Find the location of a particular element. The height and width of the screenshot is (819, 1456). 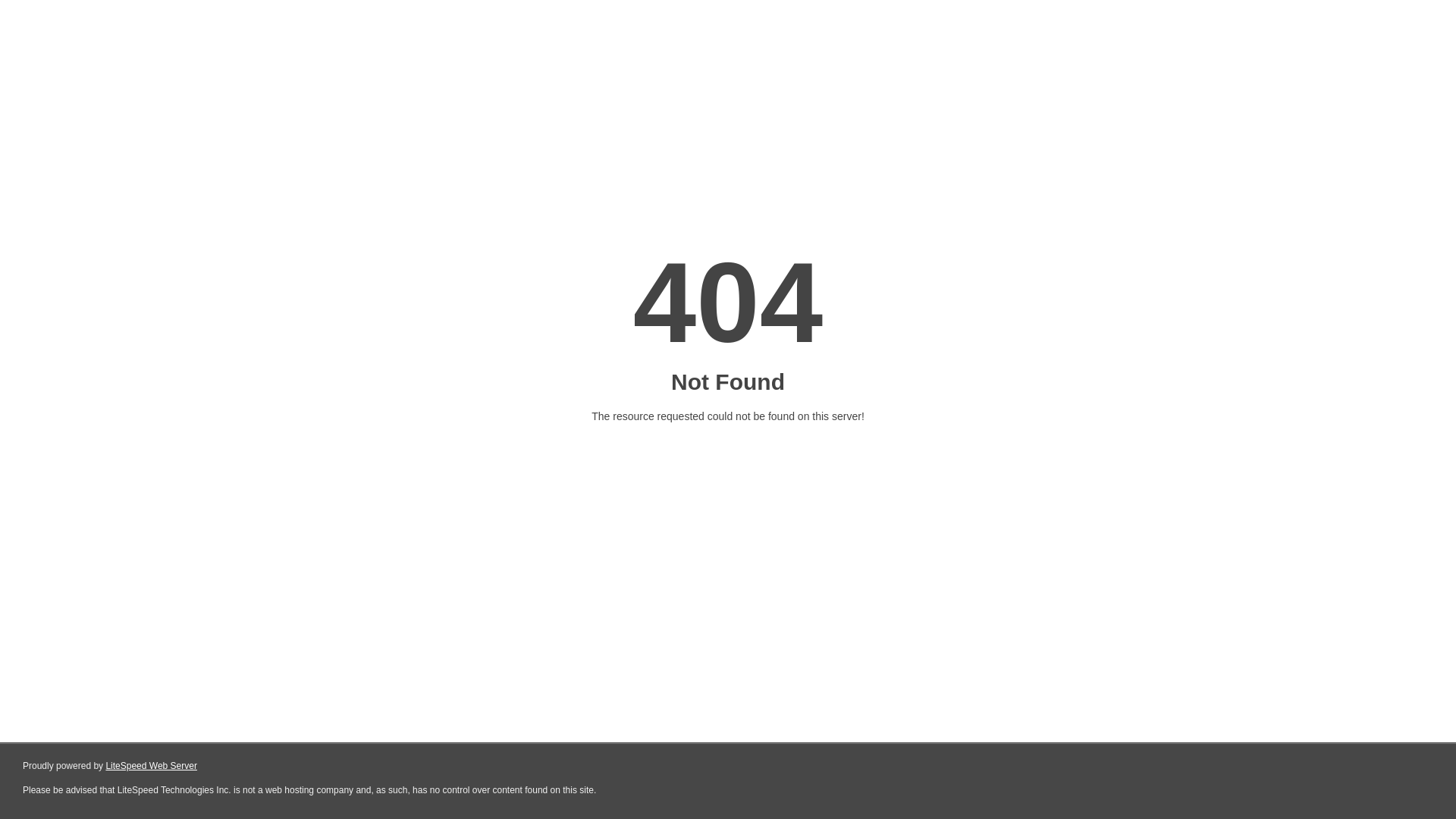

'LiteSpeed Web Server' is located at coordinates (105, 766).